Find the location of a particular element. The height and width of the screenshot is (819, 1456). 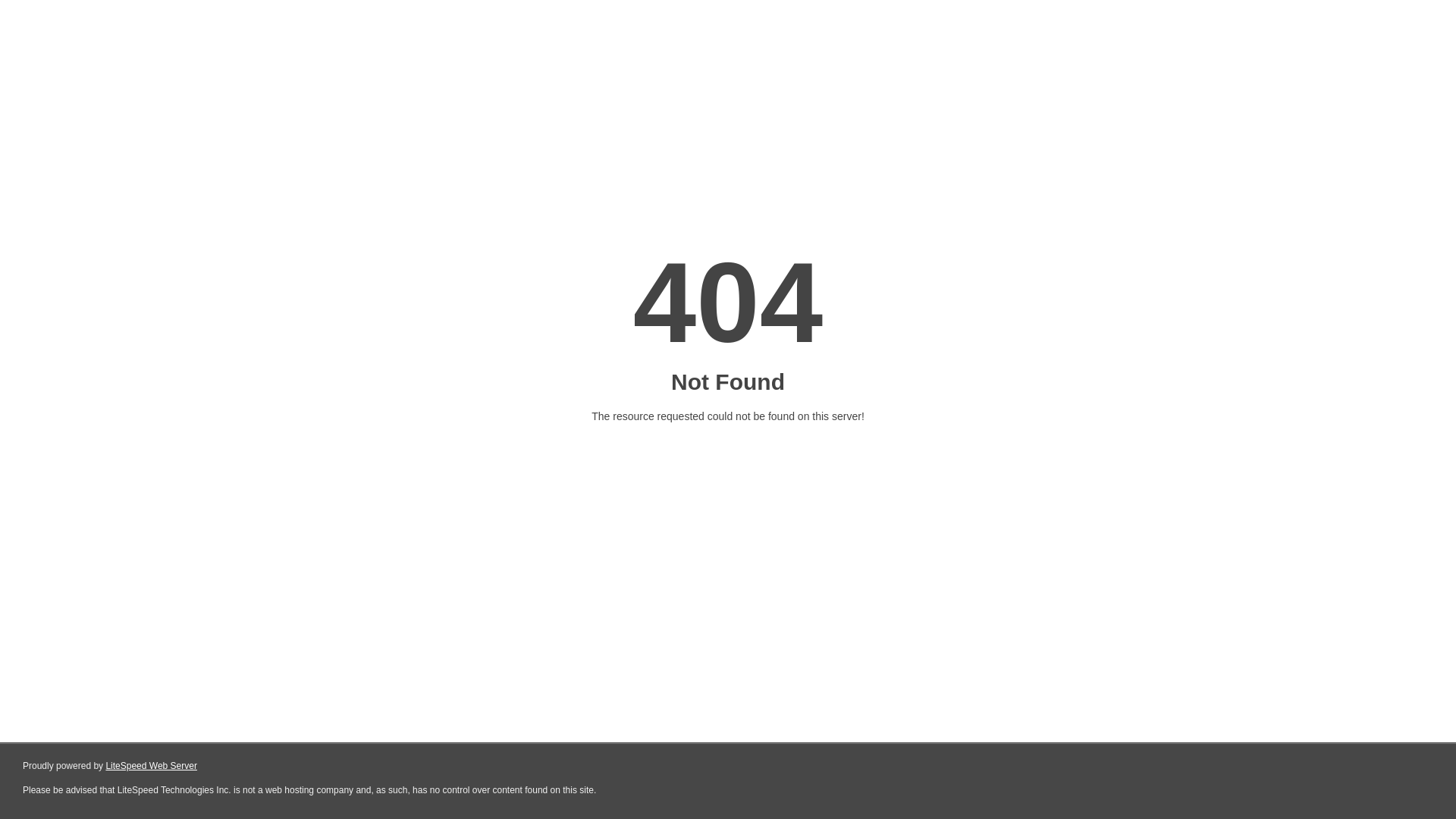

'LiteSpeed Web Server' is located at coordinates (105, 766).